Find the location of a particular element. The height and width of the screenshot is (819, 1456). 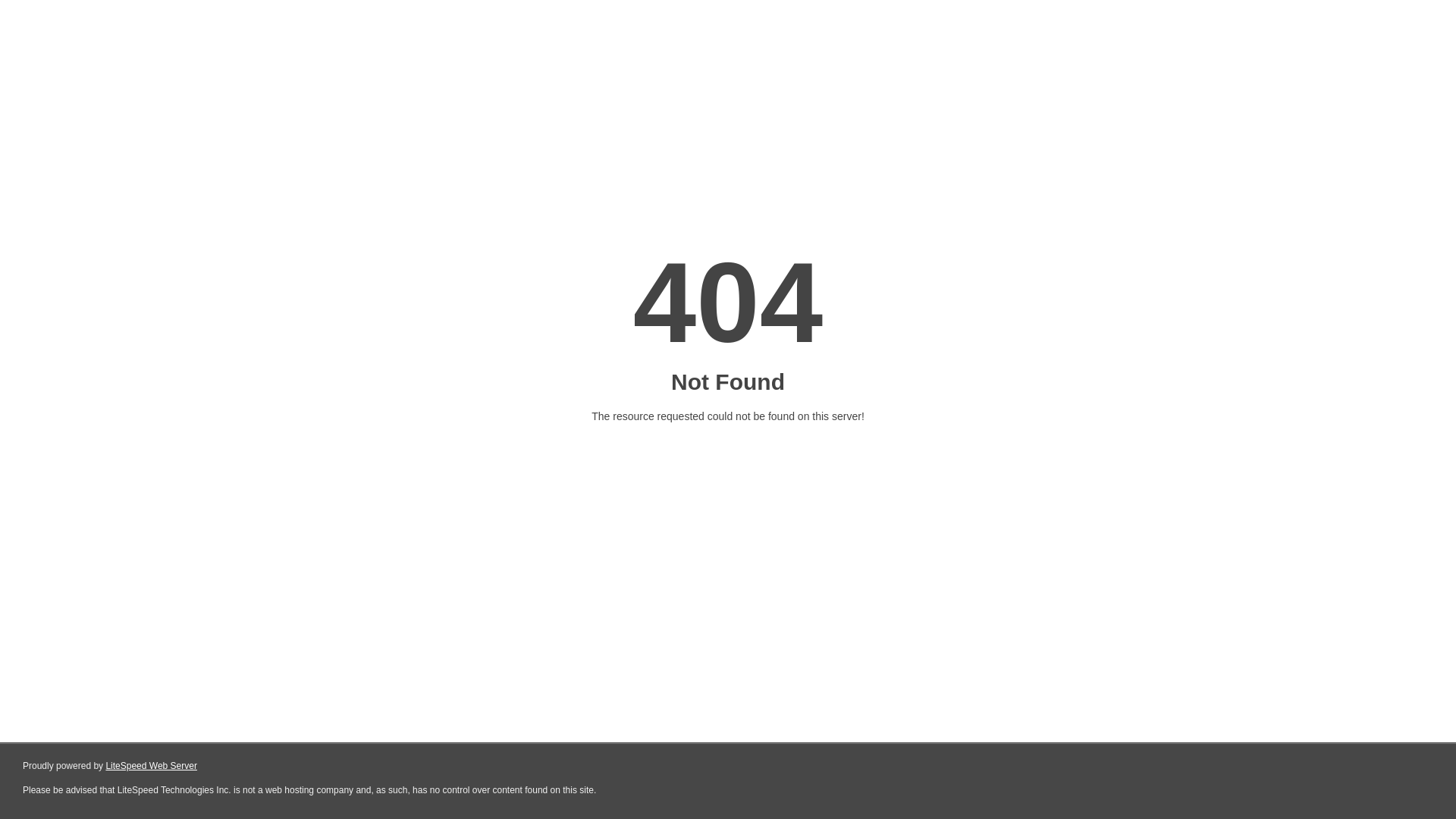

'LiteSpeed Web Server' is located at coordinates (105, 766).